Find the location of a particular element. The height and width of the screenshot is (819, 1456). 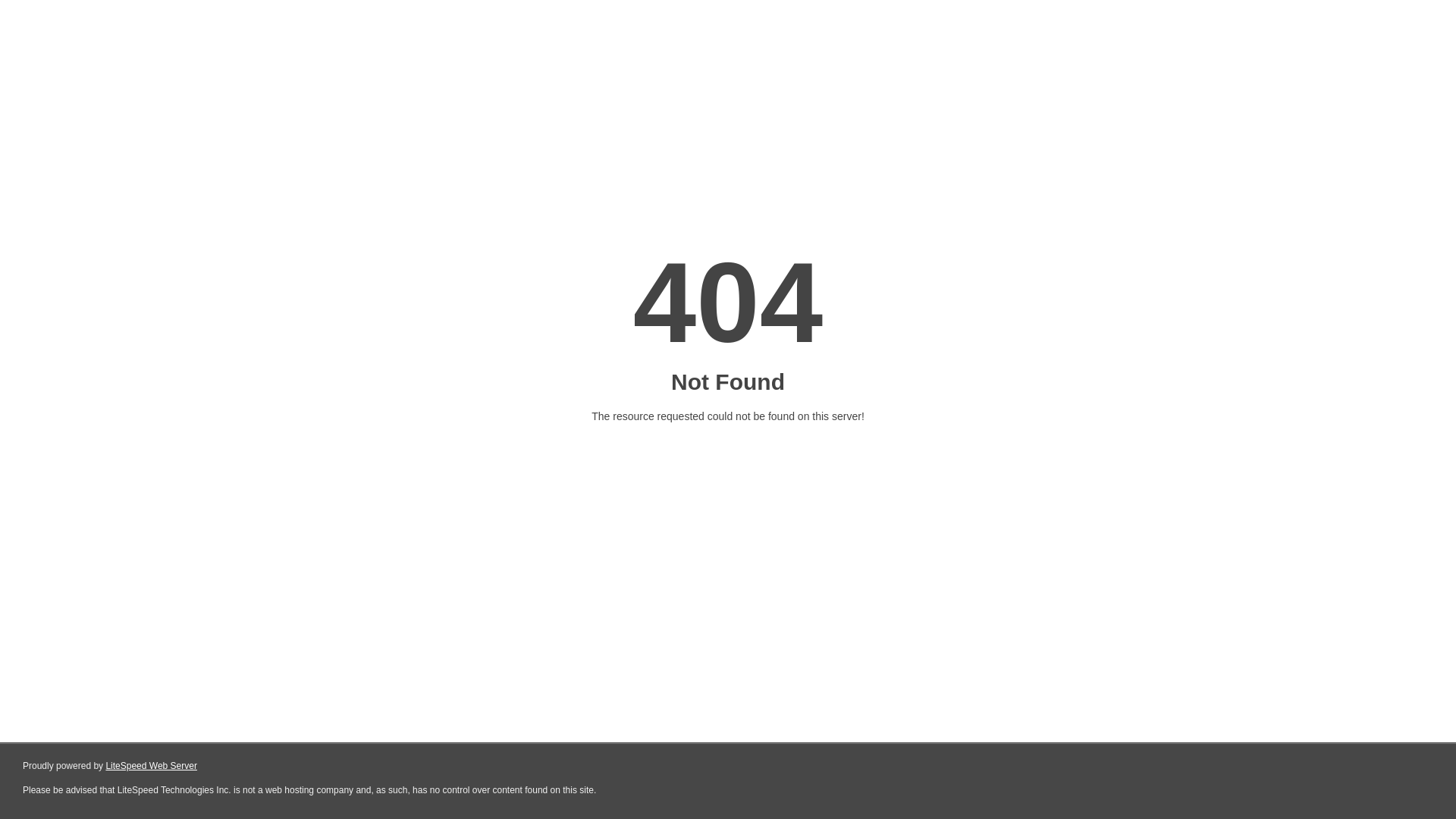

'LiteSpeed Web Server' is located at coordinates (105, 766).